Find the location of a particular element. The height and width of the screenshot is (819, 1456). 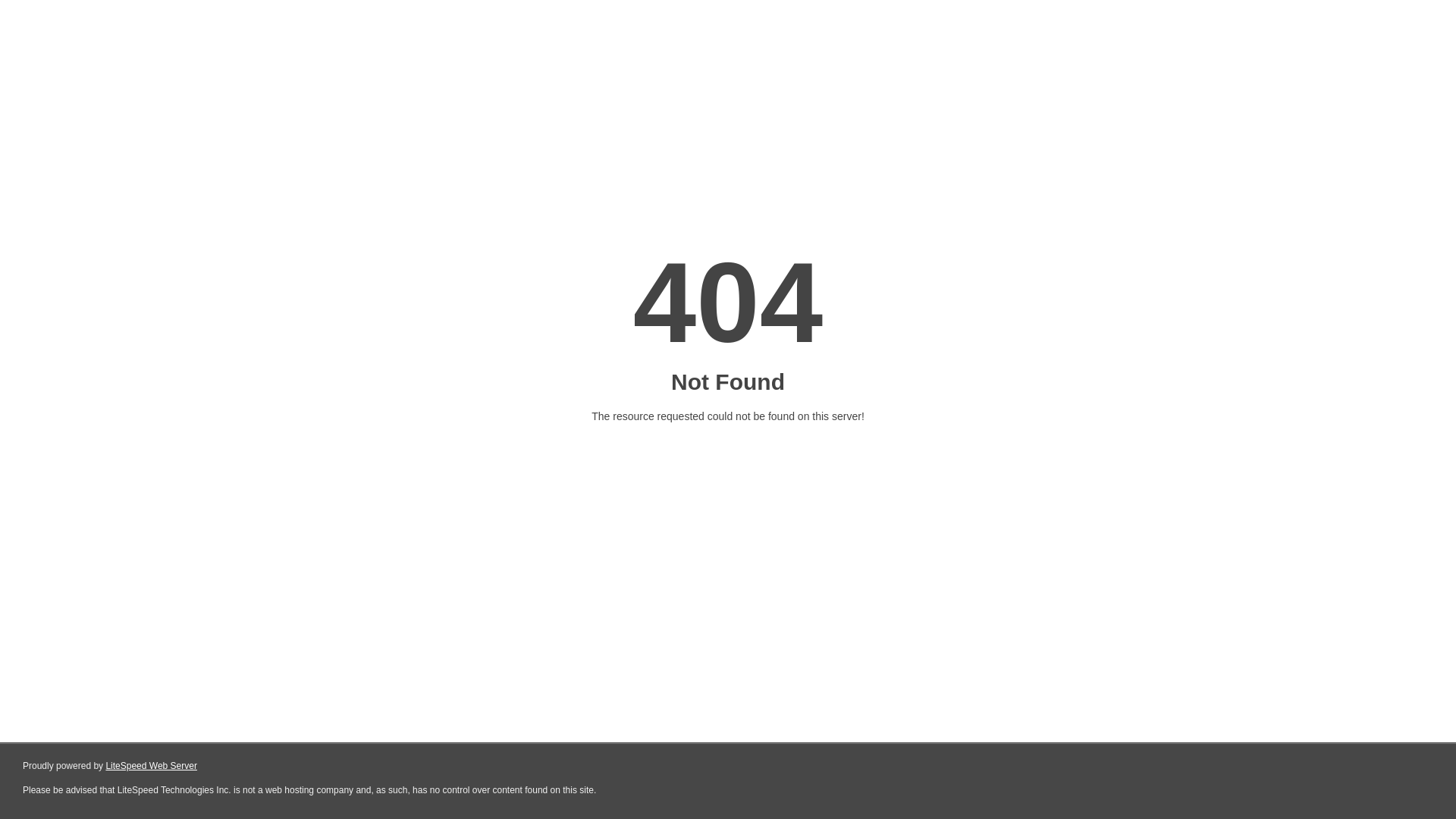

'LiteSpeed Web Server' is located at coordinates (105, 766).